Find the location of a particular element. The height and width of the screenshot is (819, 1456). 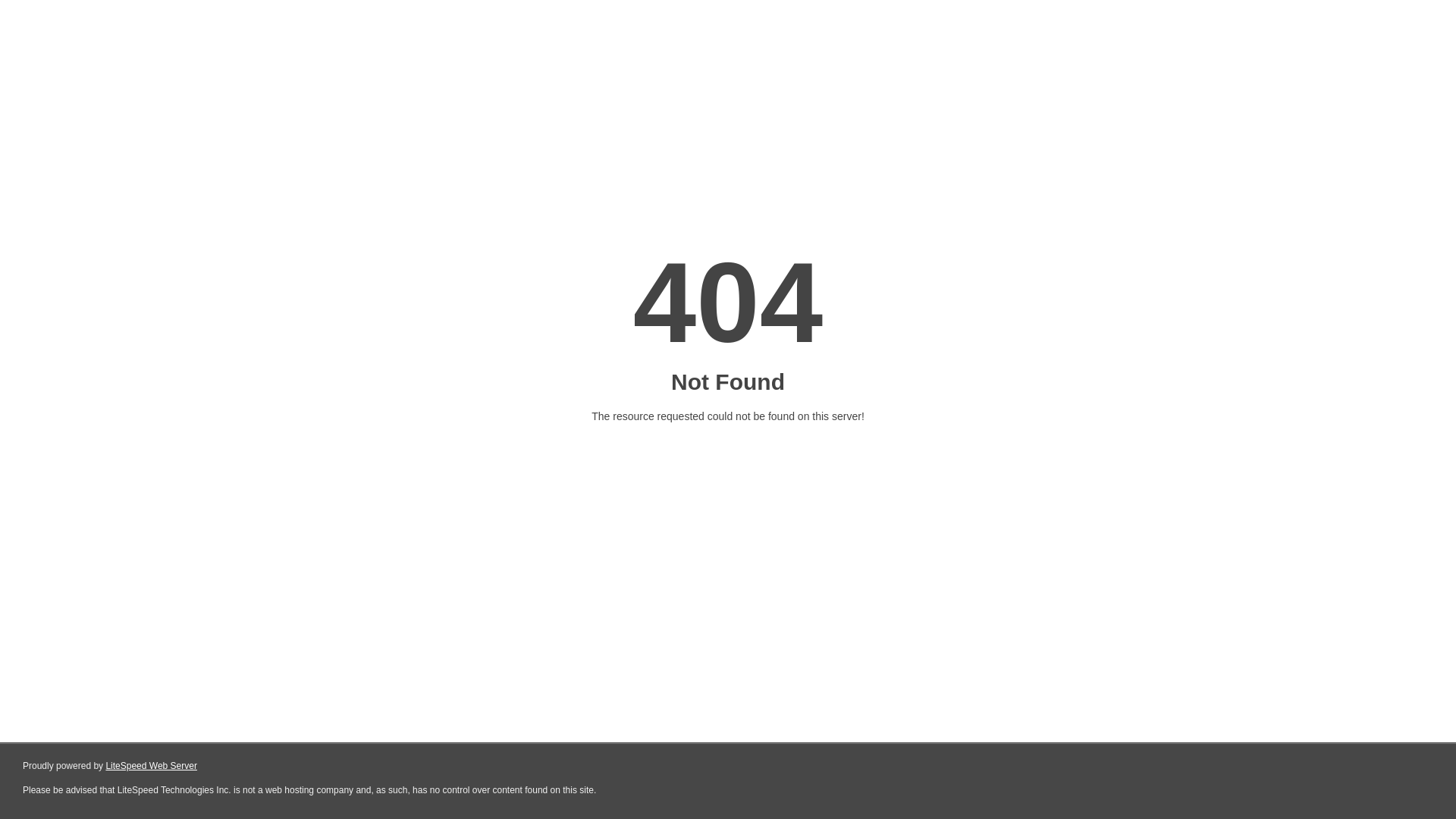

'LiteSpeed Web Server' is located at coordinates (105, 766).